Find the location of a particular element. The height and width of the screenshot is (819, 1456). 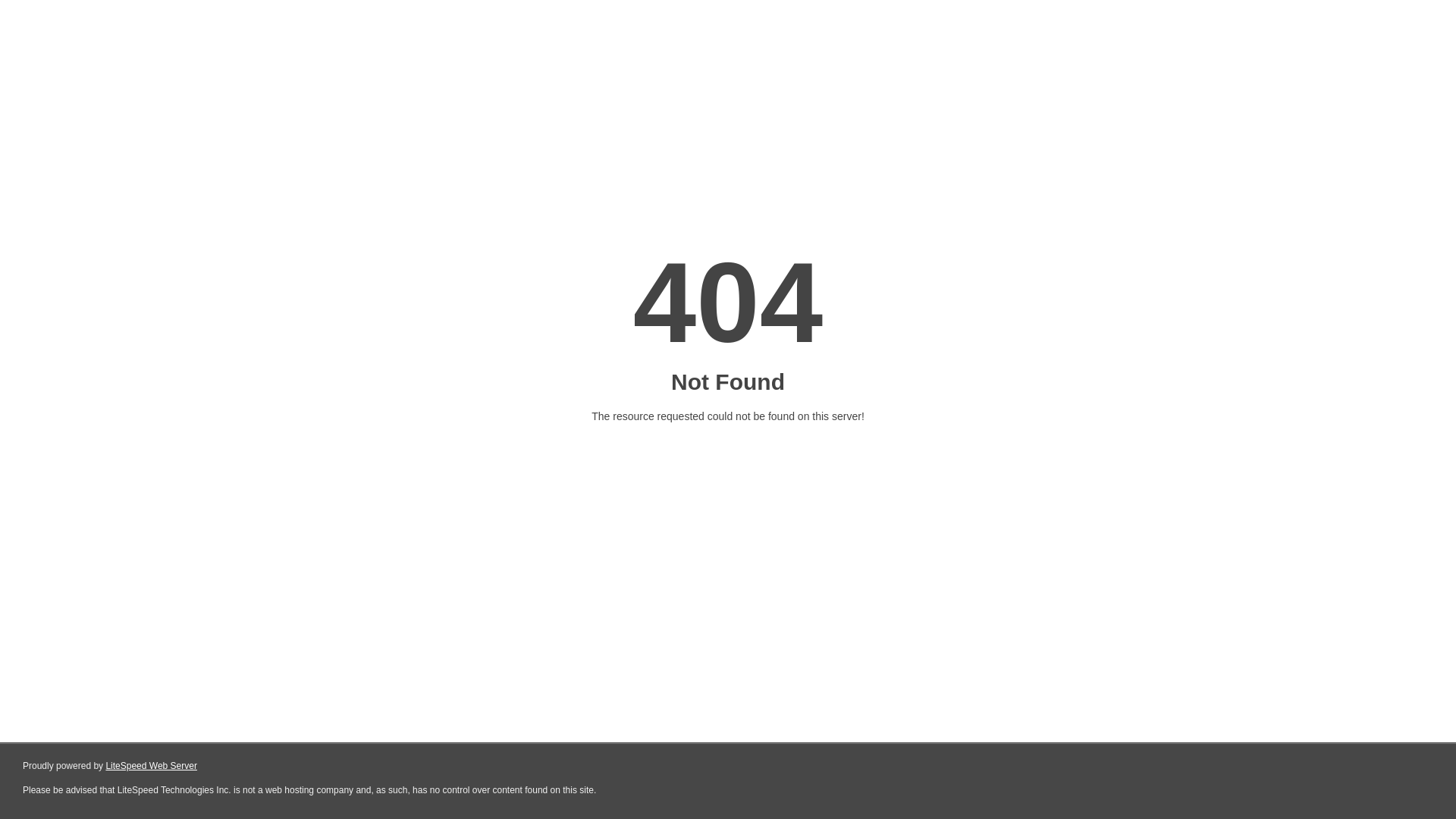

'LiteSpeed Web Server' is located at coordinates (105, 766).